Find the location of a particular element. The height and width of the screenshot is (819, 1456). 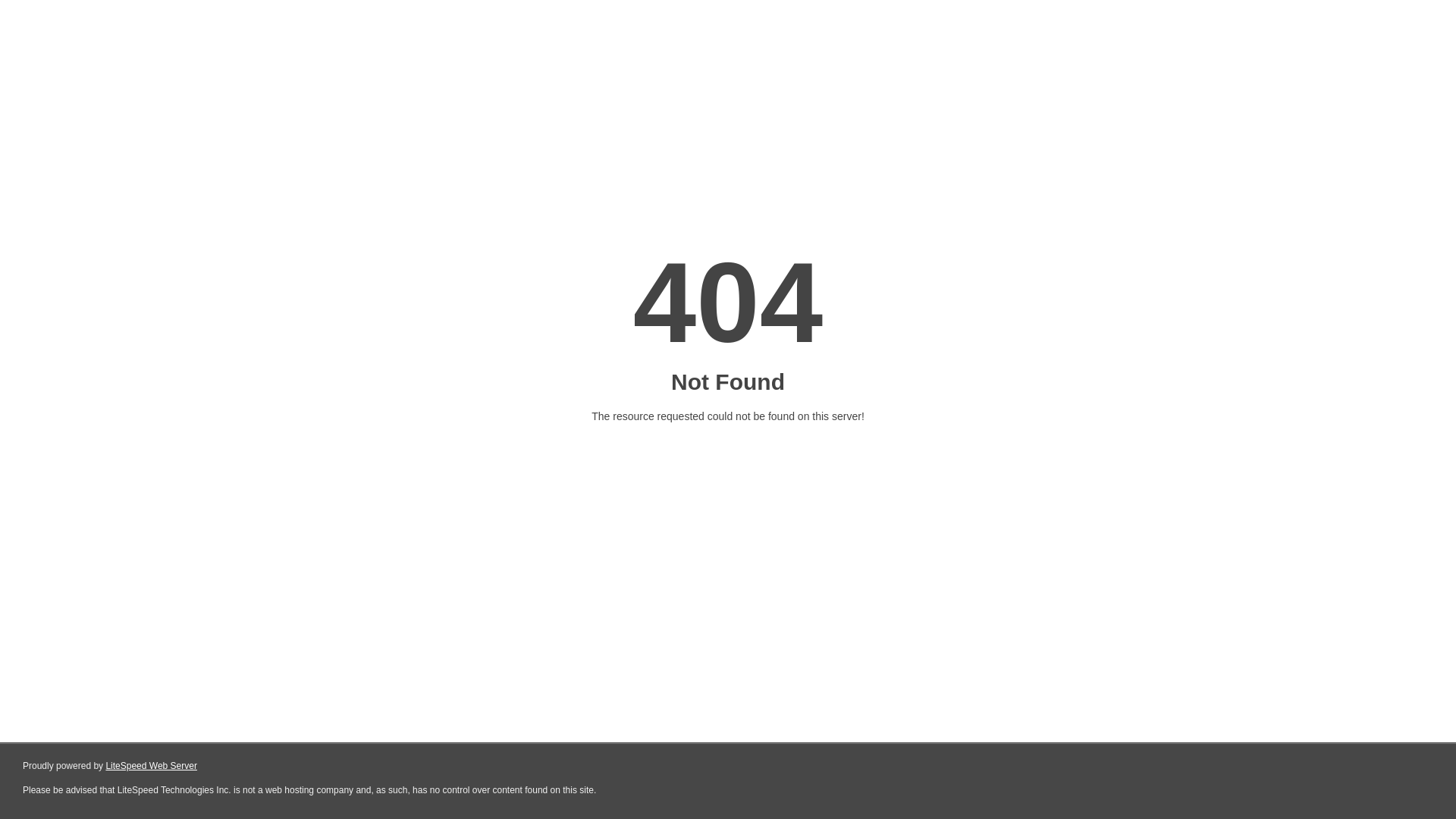

'LiteSpeed Web Server' is located at coordinates (105, 766).